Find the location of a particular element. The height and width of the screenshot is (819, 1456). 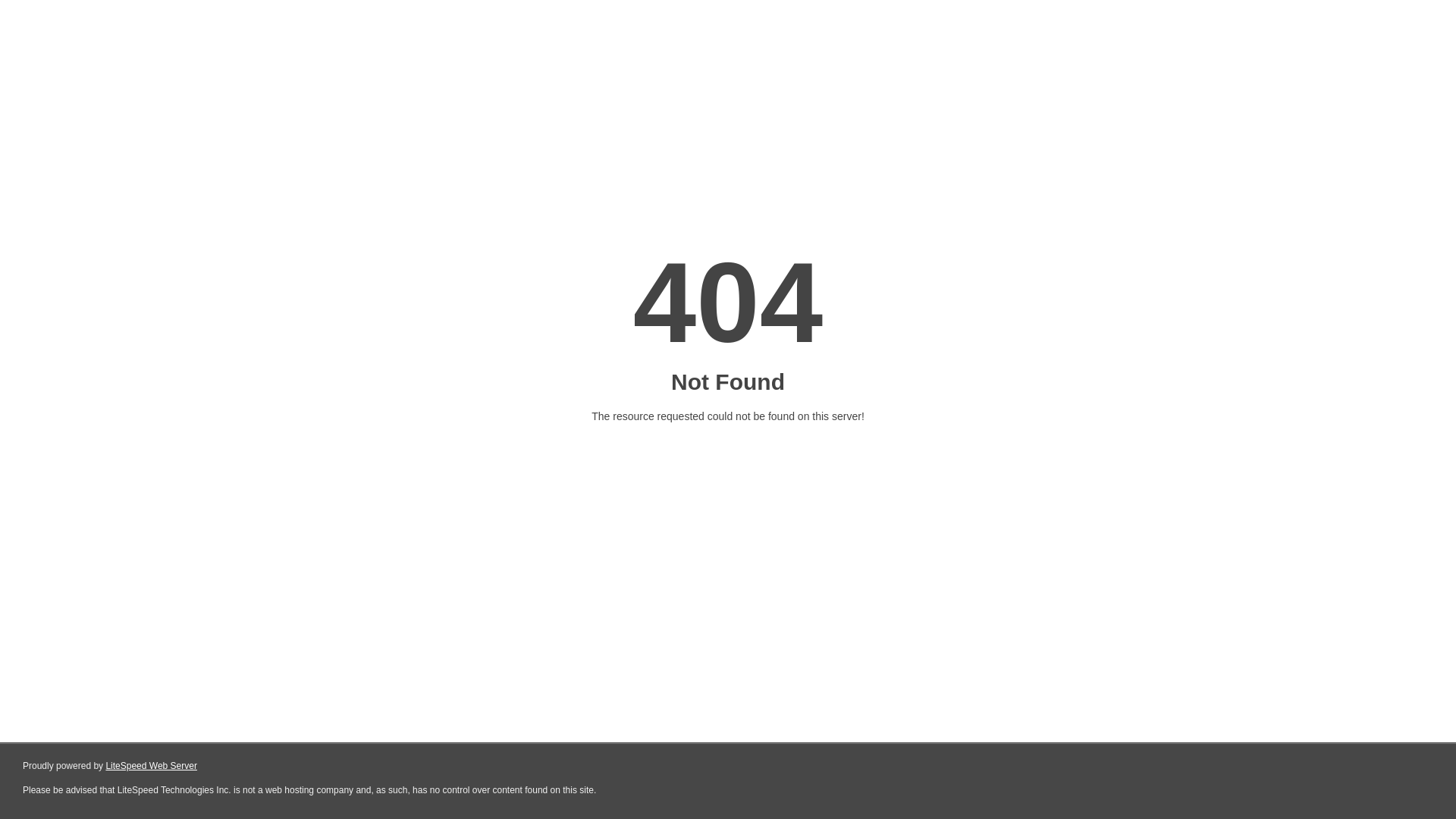

'LiteSpeed Web Server' is located at coordinates (105, 766).